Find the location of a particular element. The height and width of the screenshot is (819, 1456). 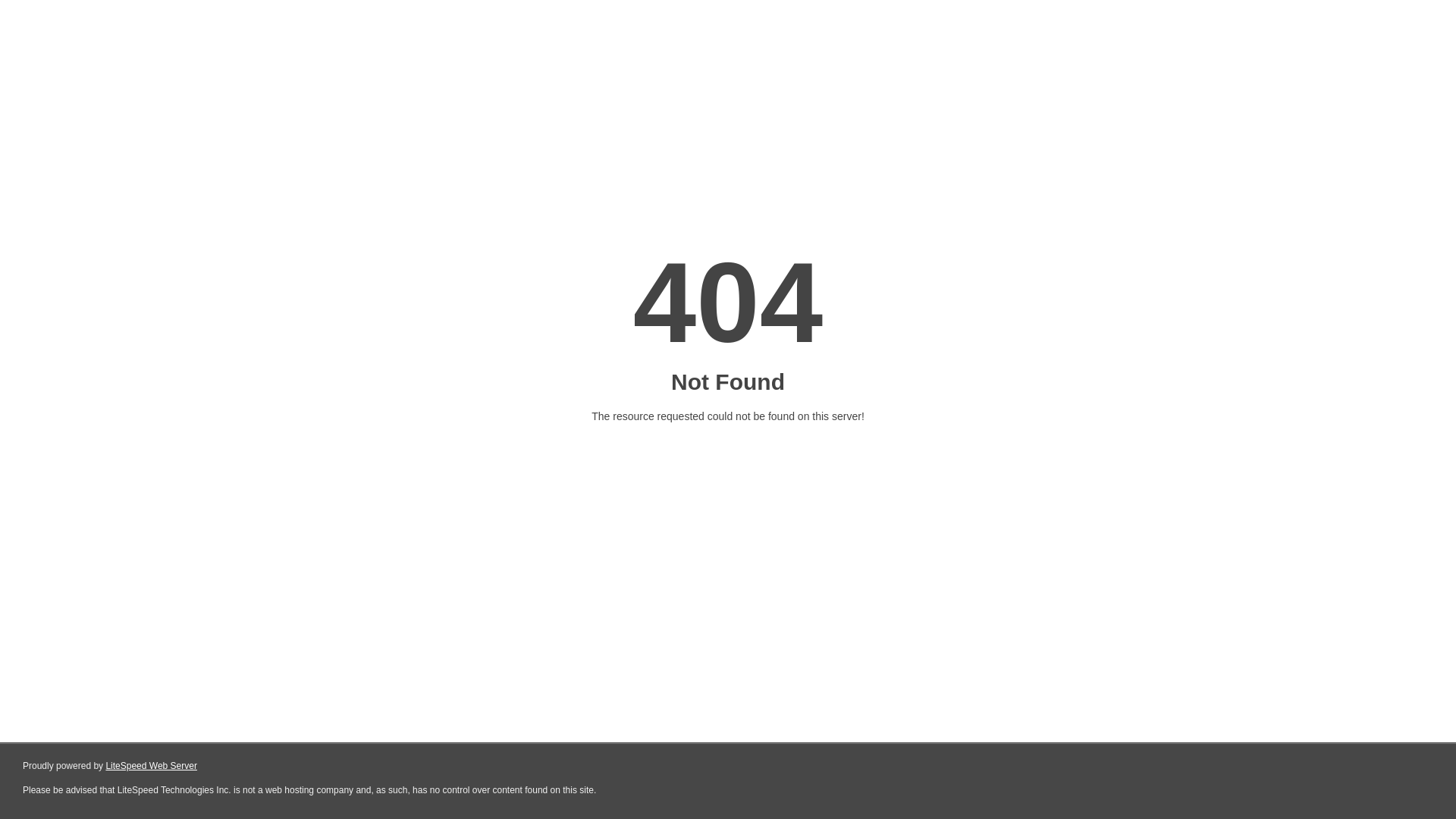

'LiteSpeed Web Server' is located at coordinates (105, 766).